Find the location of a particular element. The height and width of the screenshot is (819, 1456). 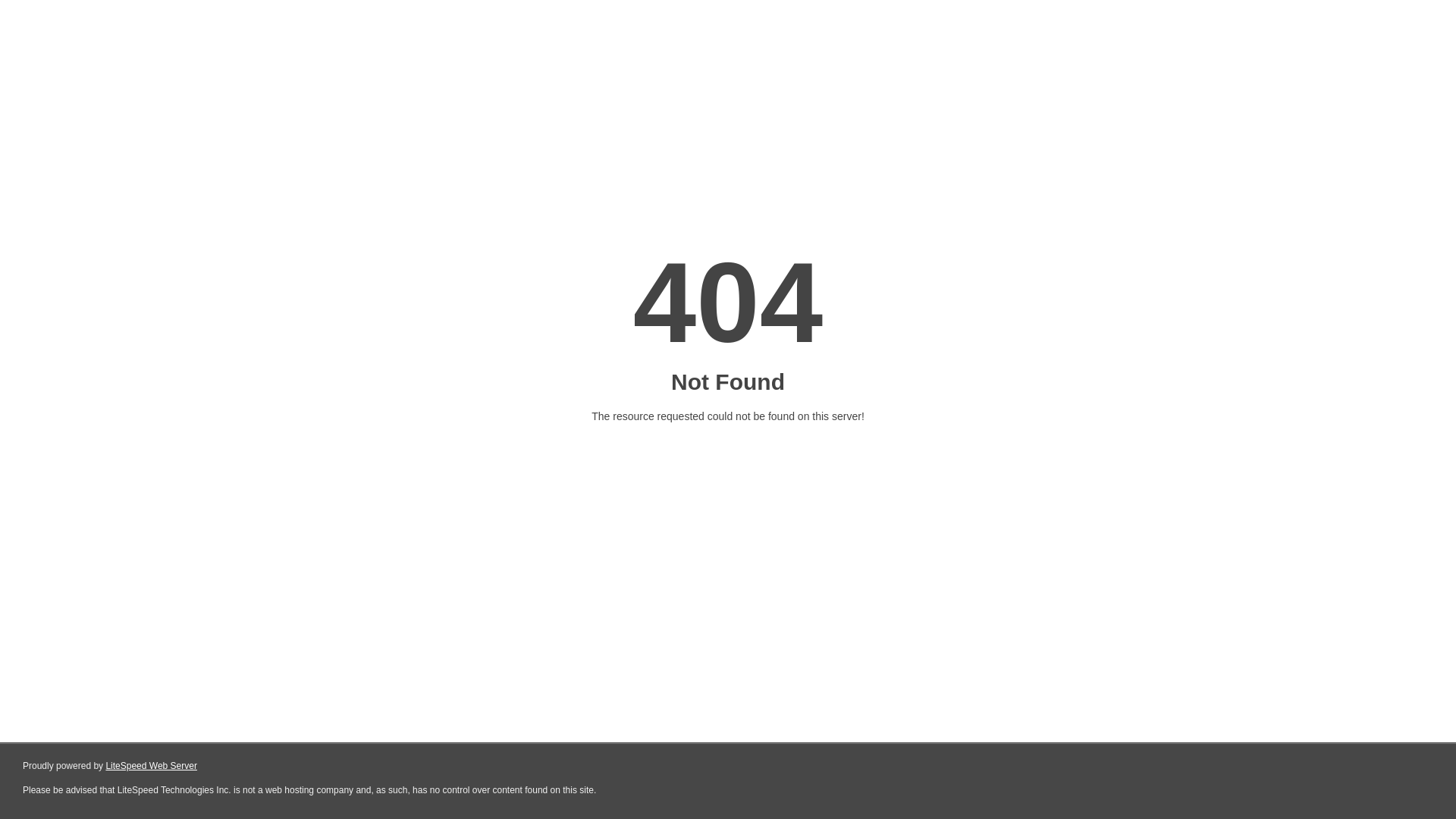

'LiteSpeed Web Server' is located at coordinates (105, 766).